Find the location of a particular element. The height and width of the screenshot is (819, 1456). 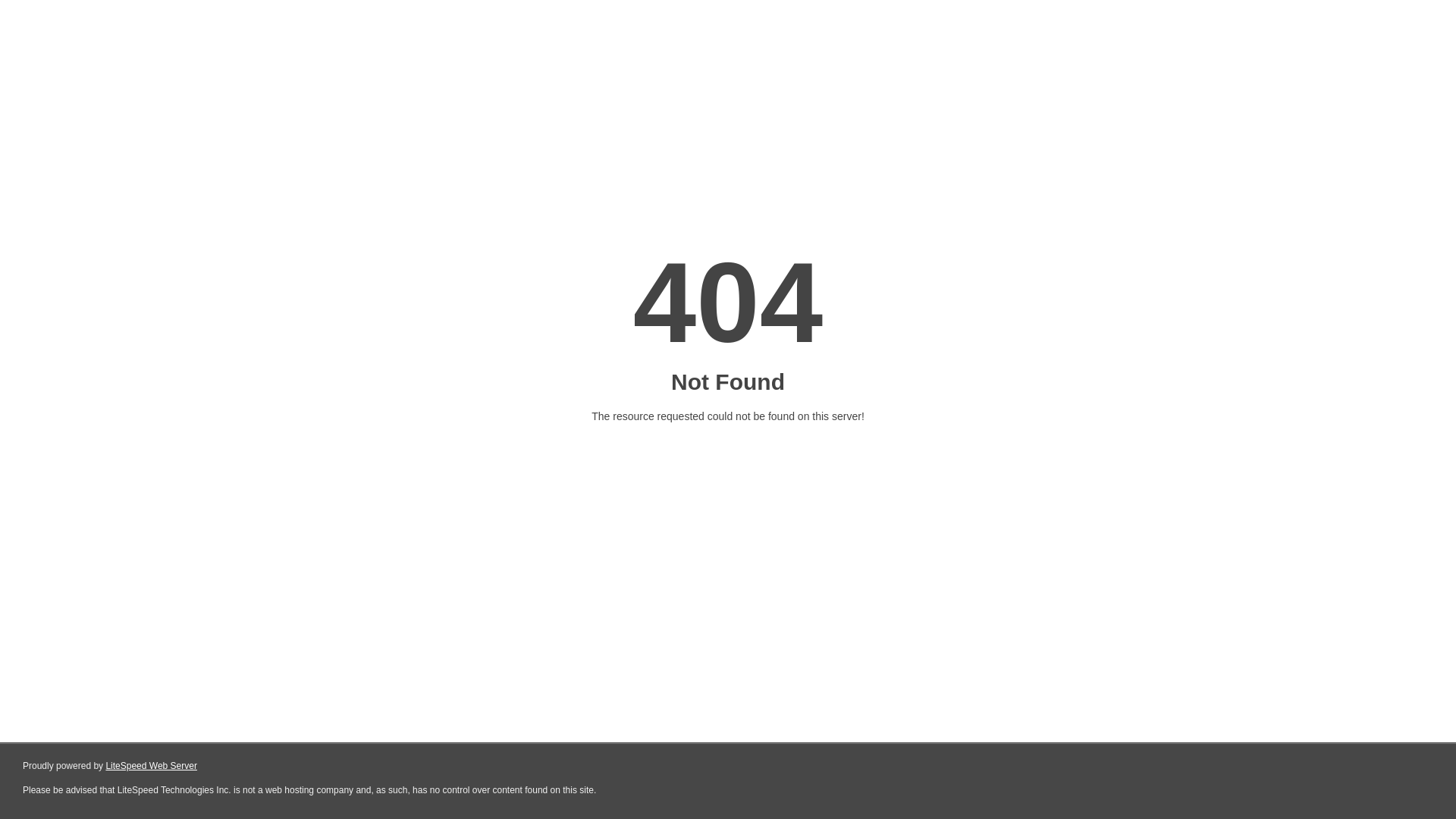

'LiteSpeed Web Server' is located at coordinates (105, 766).